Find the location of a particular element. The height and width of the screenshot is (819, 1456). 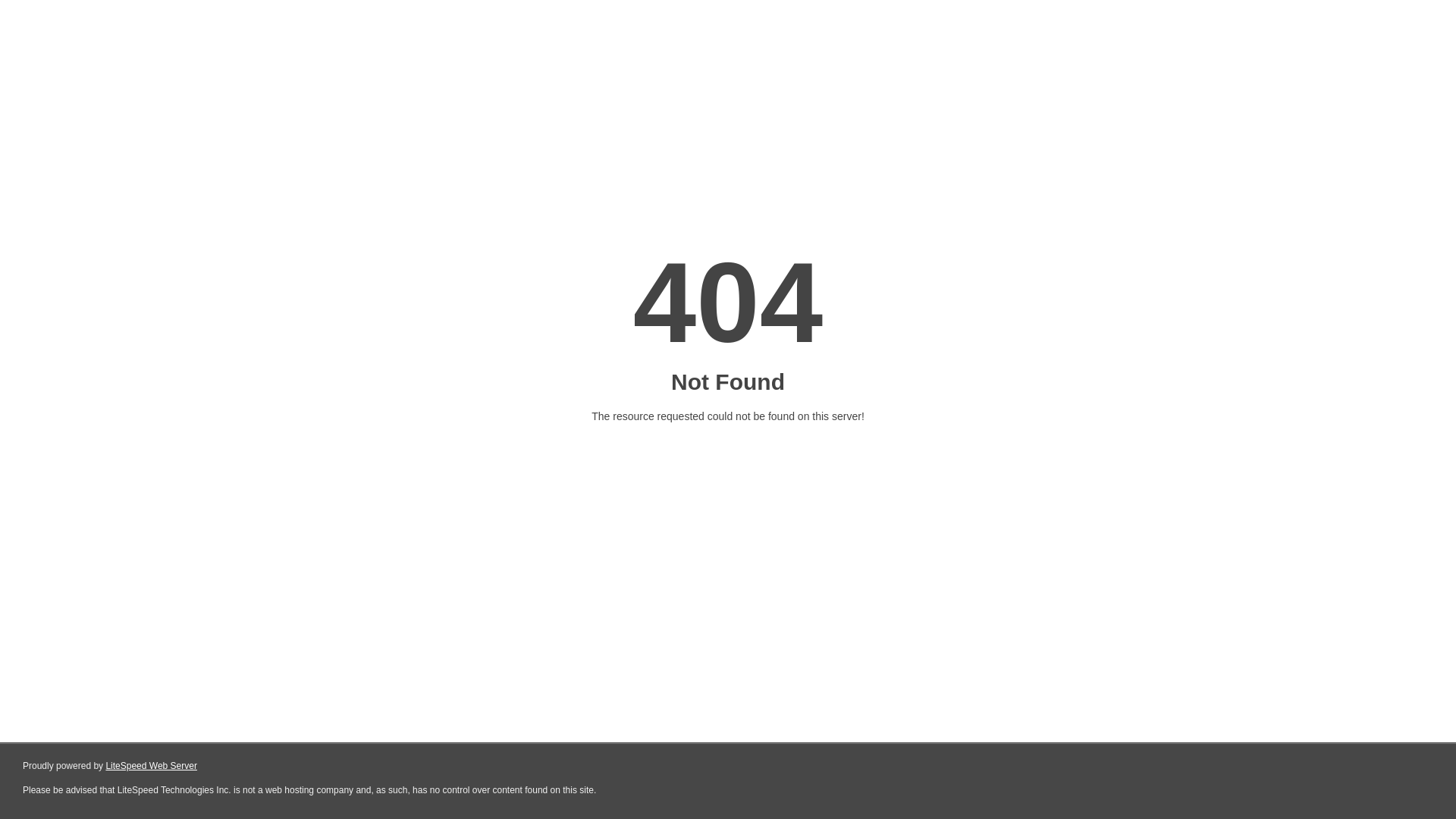

'LiteSpeed Web Server' is located at coordinates (105, 766).